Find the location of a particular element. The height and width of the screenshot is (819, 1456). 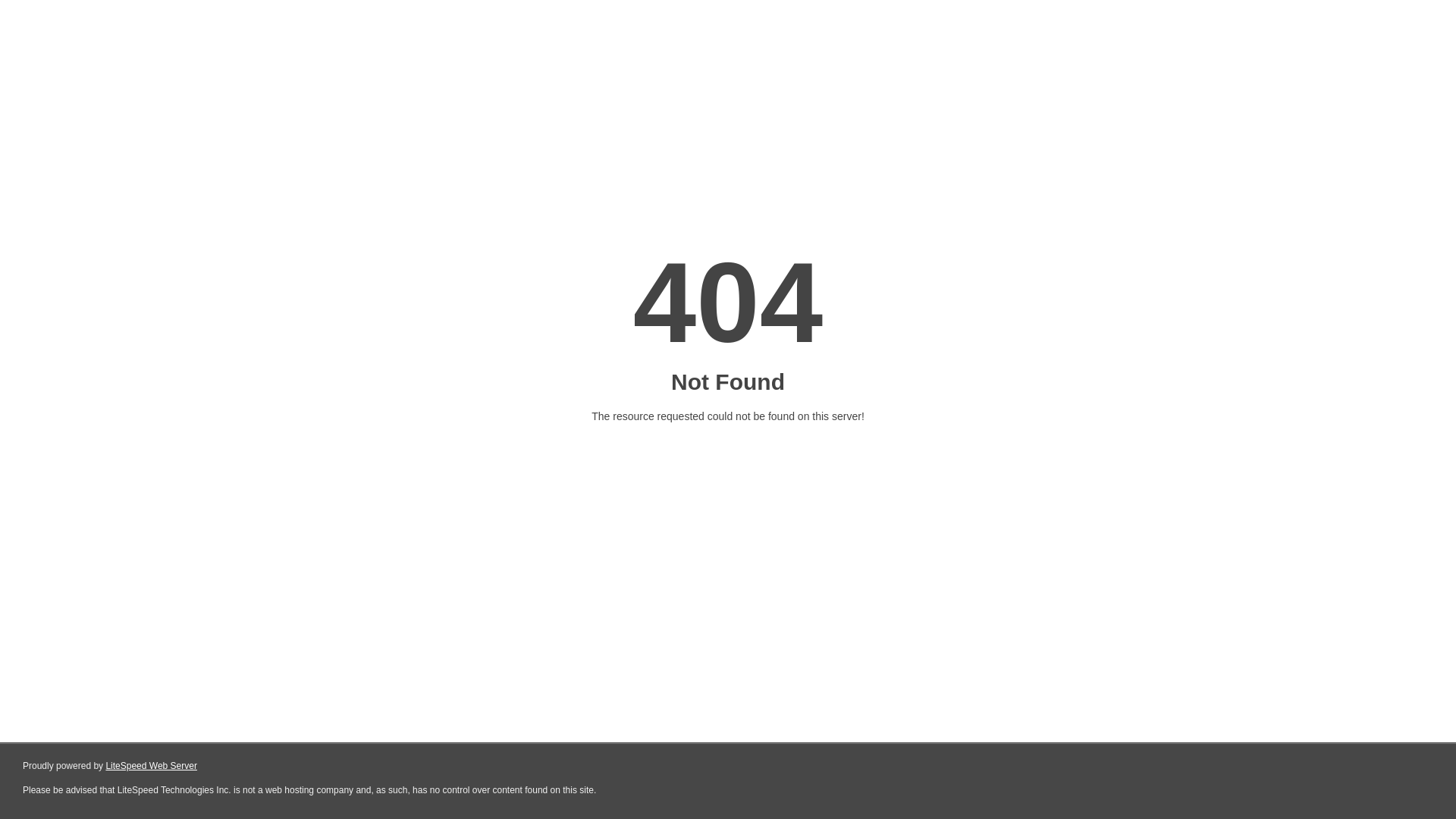

'LiteSpeed Web Server' is located at coordinates (105, 766).